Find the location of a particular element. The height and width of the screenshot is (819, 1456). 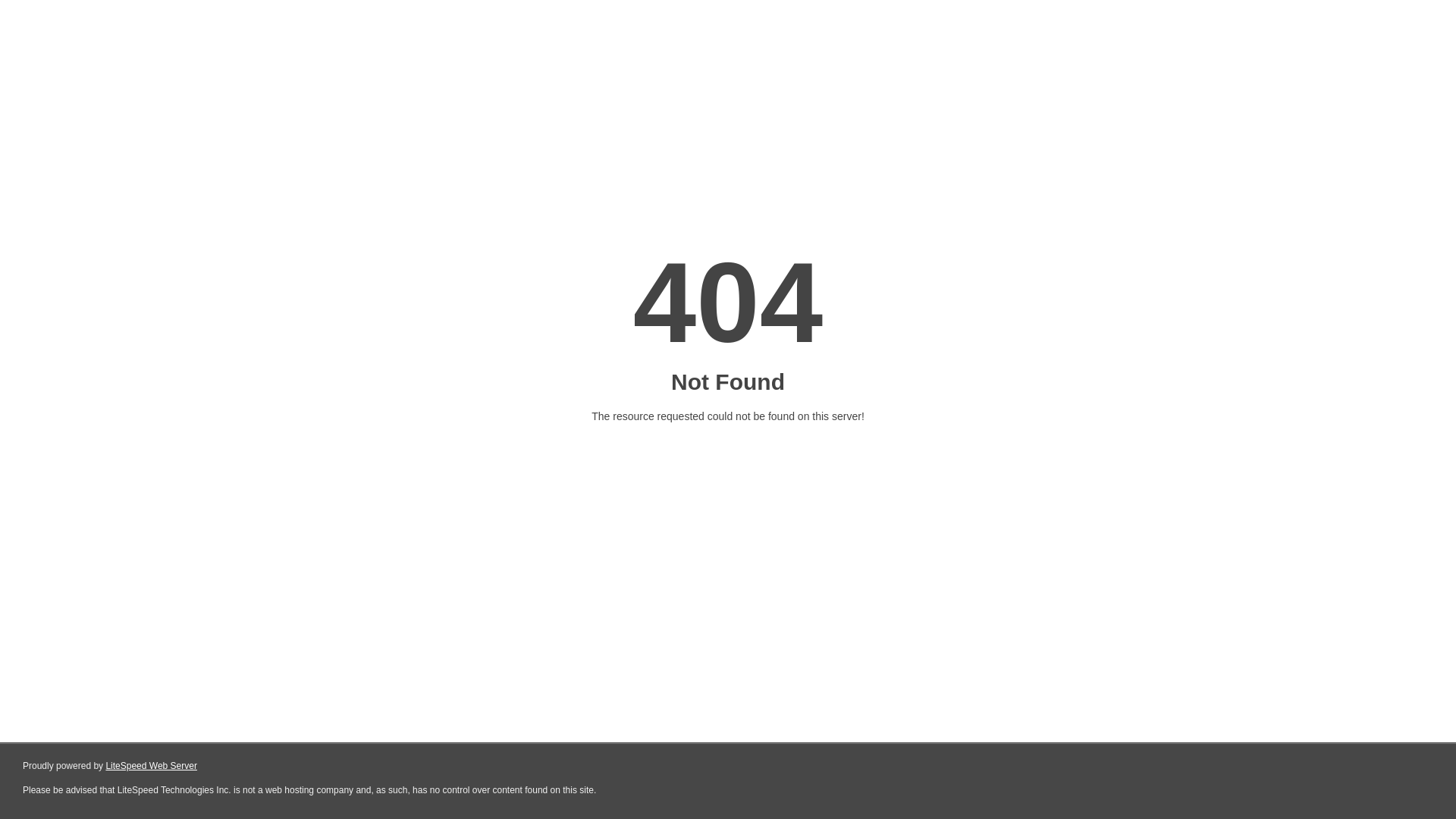

'LiteSpeed Web Server' is located at coordinates (105, 766).